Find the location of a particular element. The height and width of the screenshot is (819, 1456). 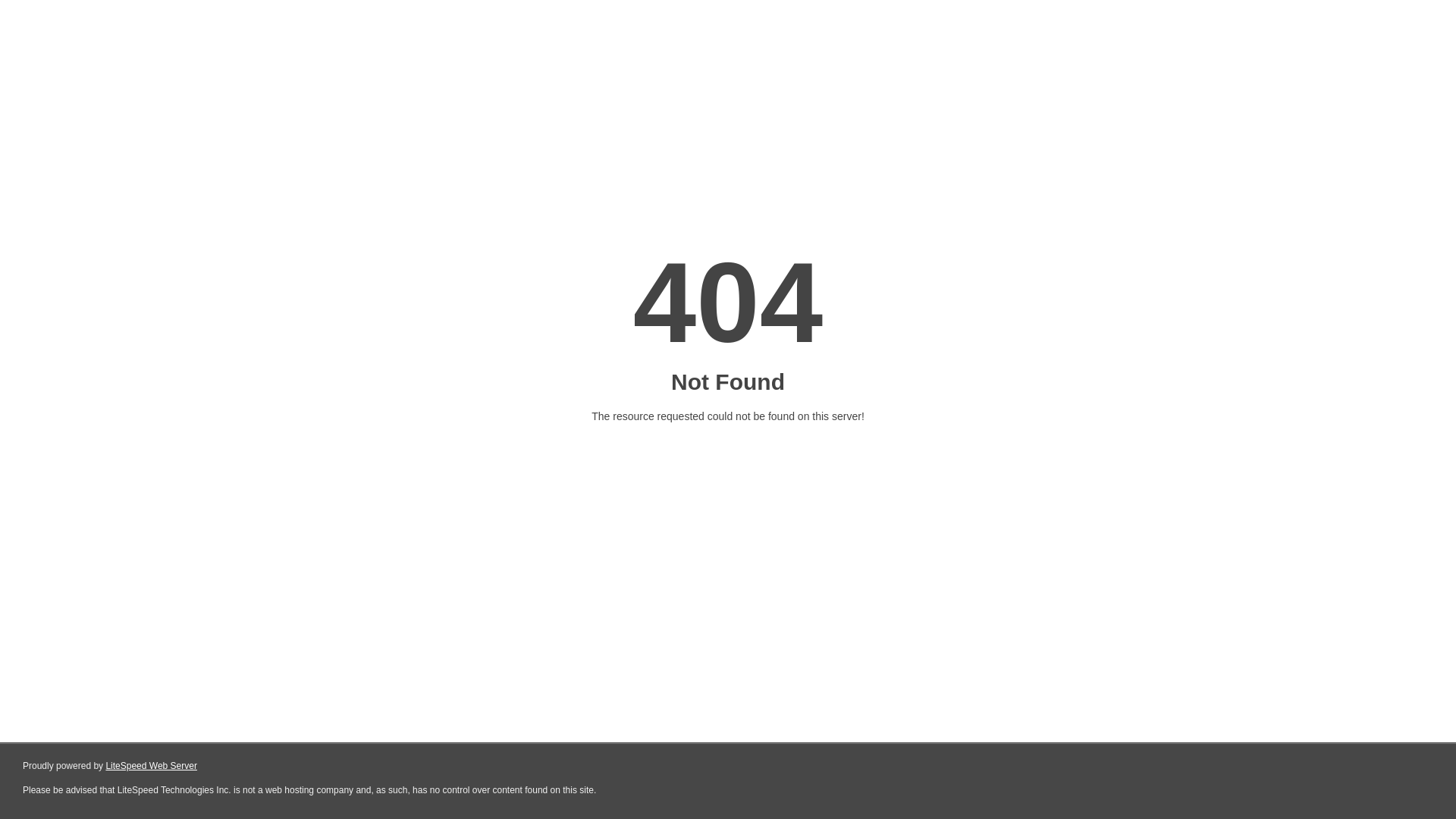

'LiteSpeed Web Server' is located at coordinates (105, 766).